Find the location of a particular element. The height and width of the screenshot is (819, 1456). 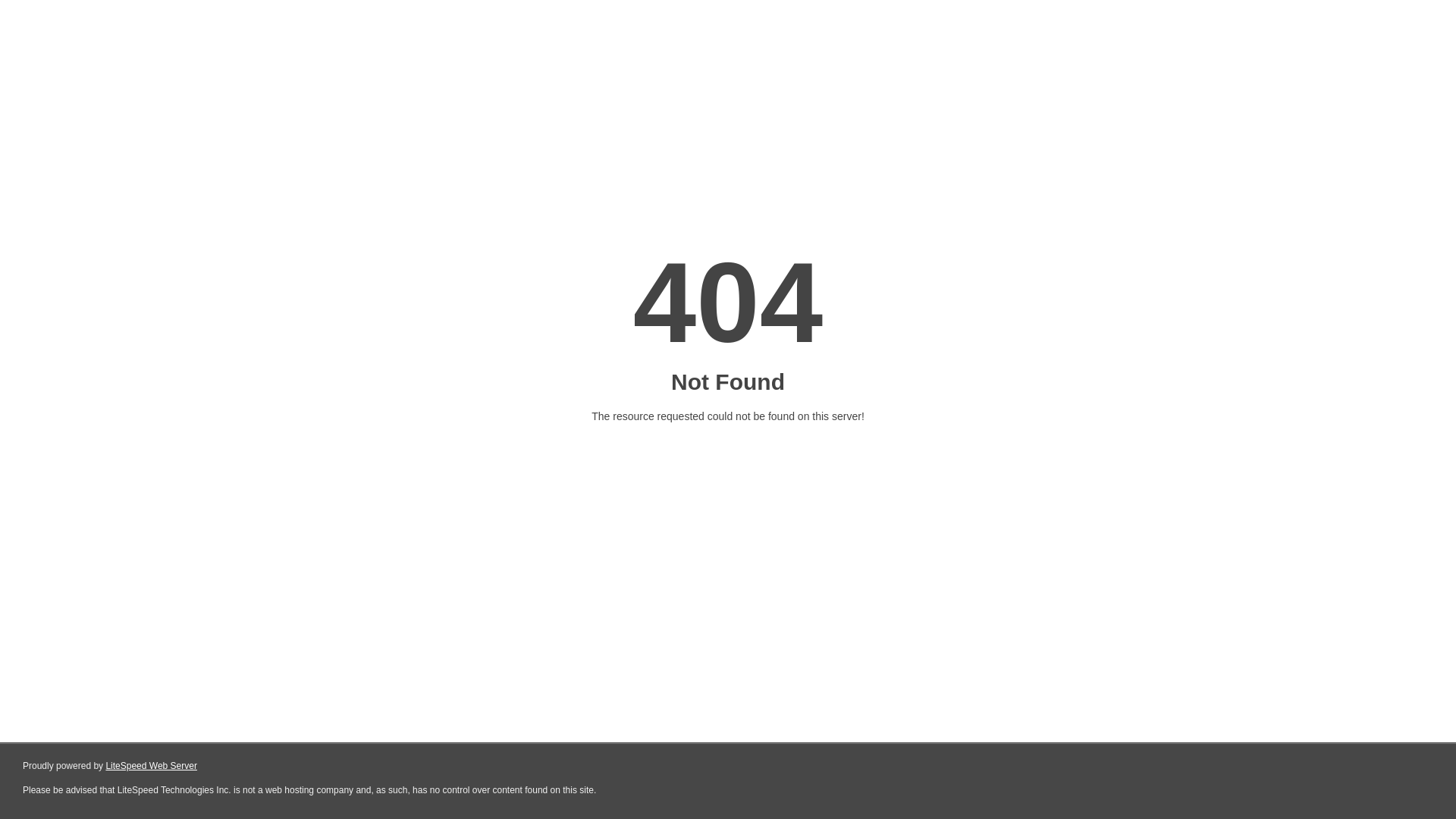

'LiteSpeed Web Server' is located at coordinates (105, 766).